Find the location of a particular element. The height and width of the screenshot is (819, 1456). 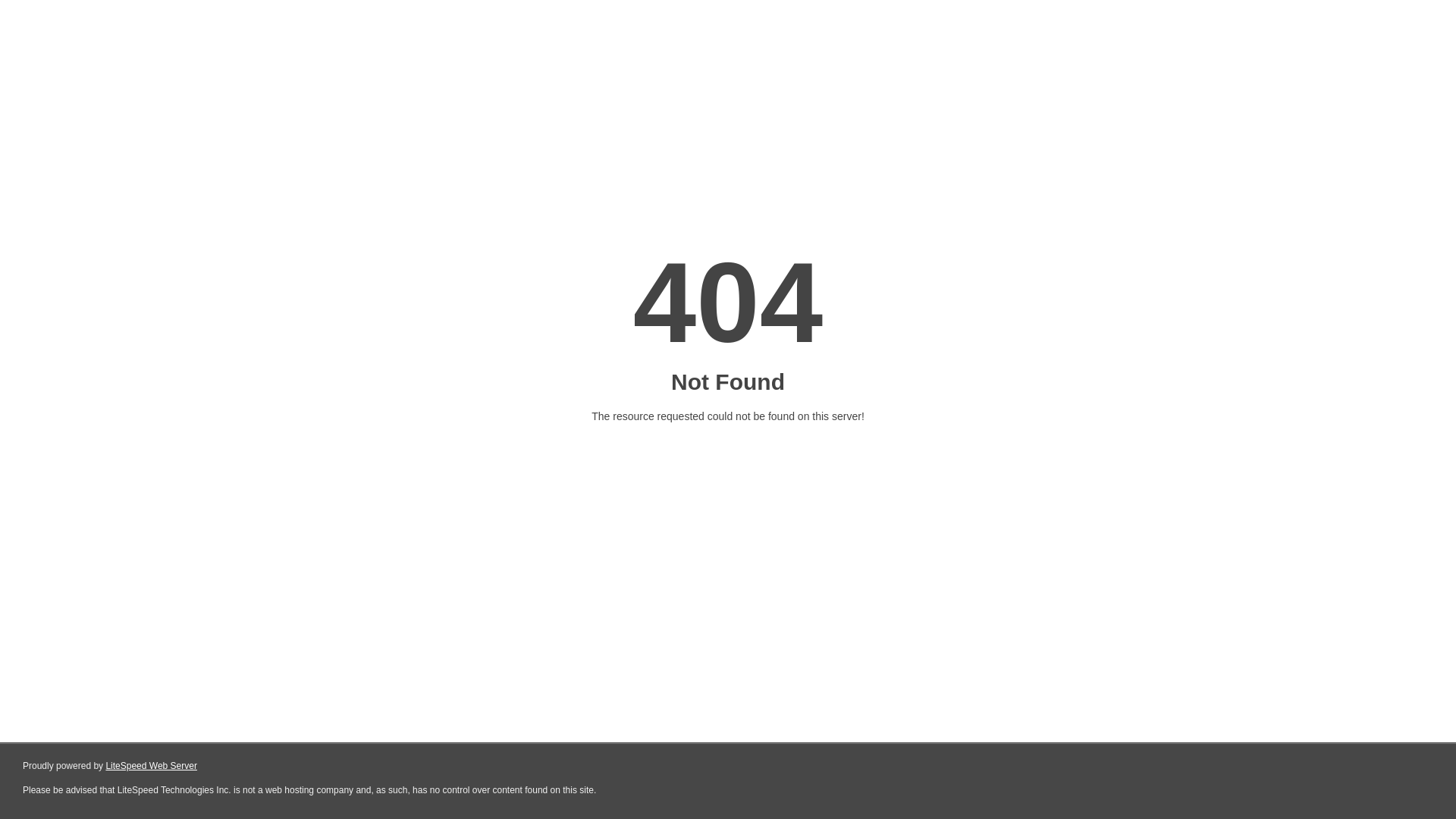

'LiteSpeed Web Server' is located at coordinates (105, 766).